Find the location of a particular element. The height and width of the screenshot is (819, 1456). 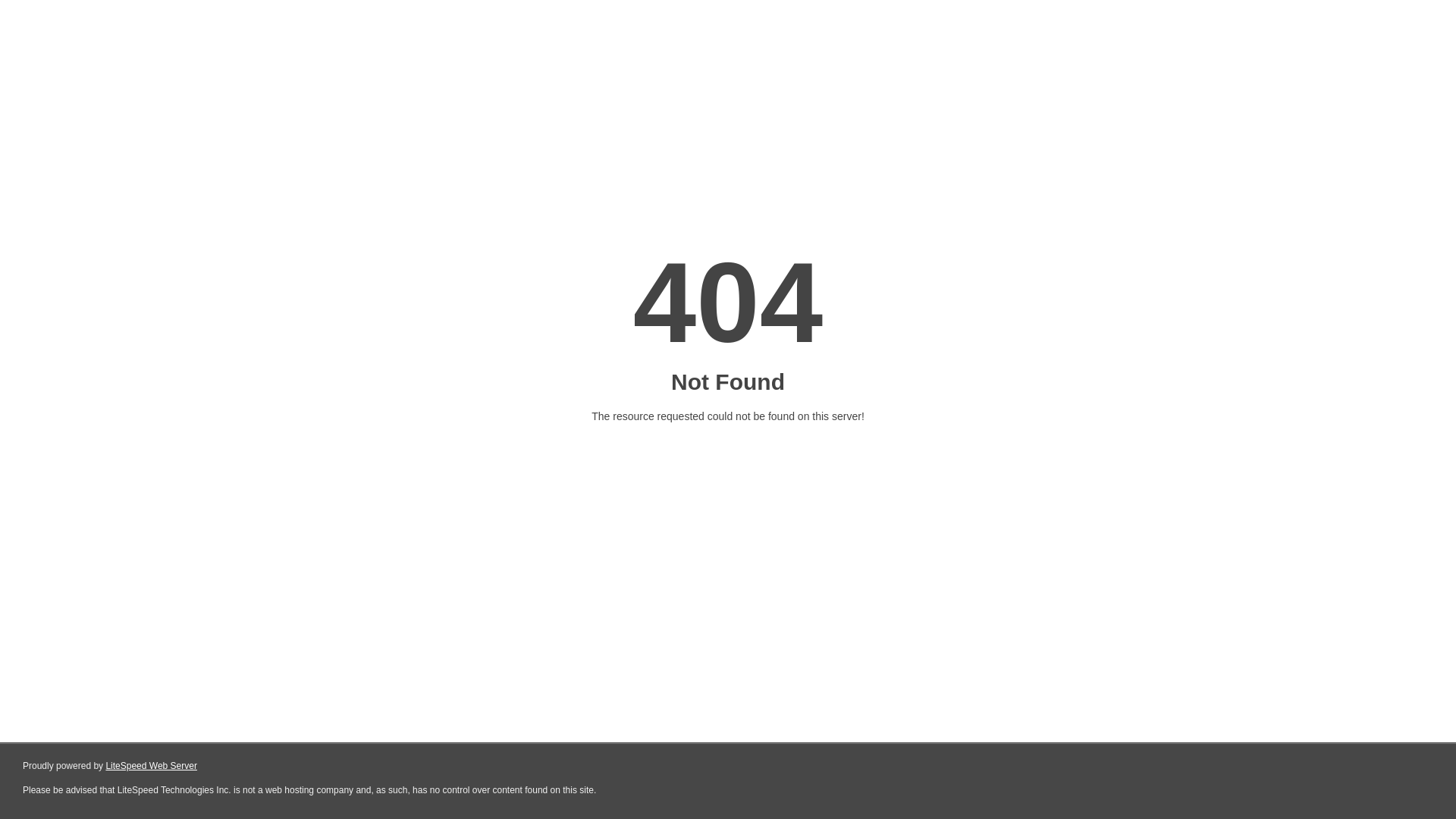

'LiteSpeed Web Server' is located at coordinates (105, 766).